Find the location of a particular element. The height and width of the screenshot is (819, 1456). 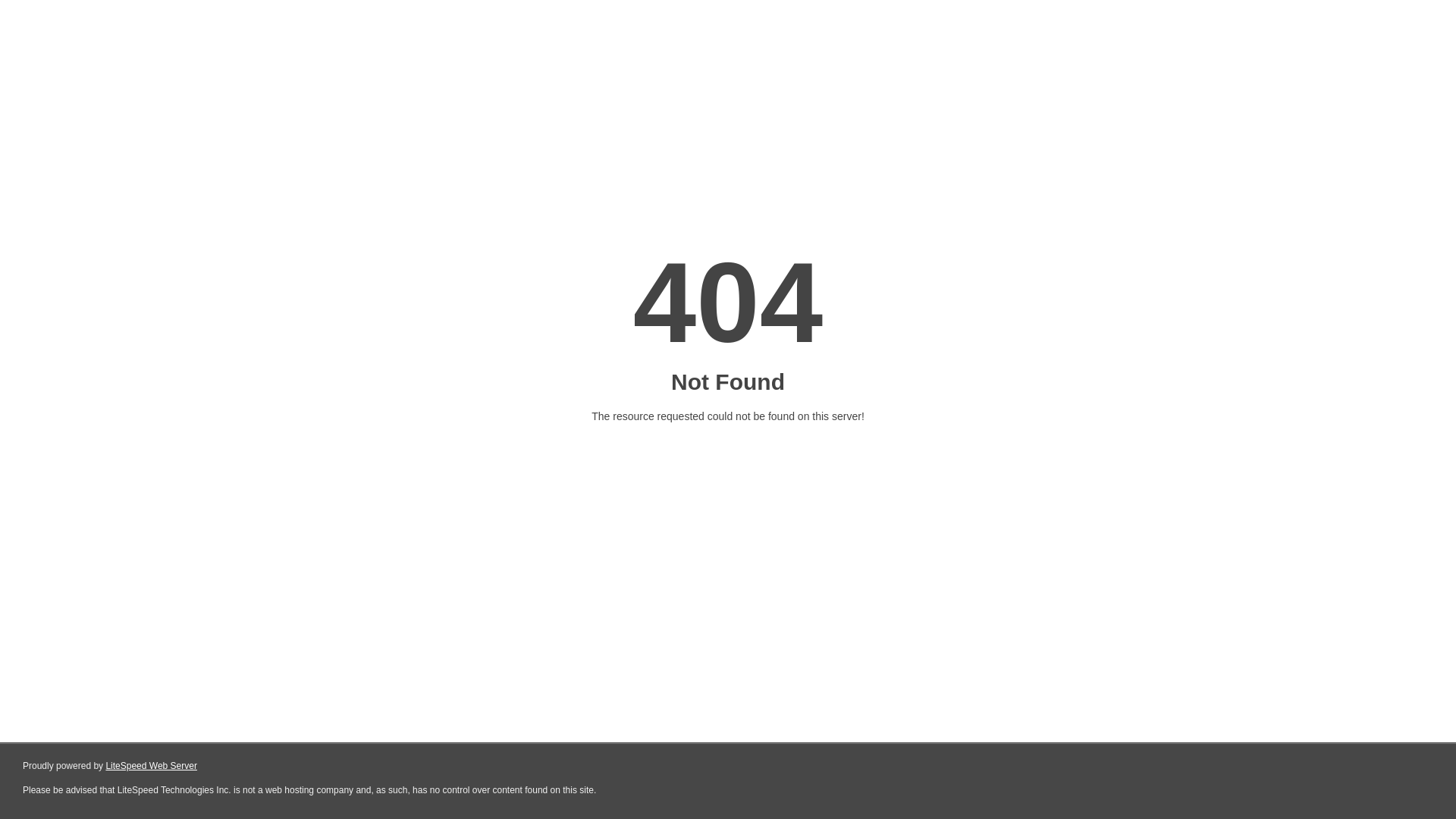

'LiteSpeed Web Server' is located at coordinates (105, 766).